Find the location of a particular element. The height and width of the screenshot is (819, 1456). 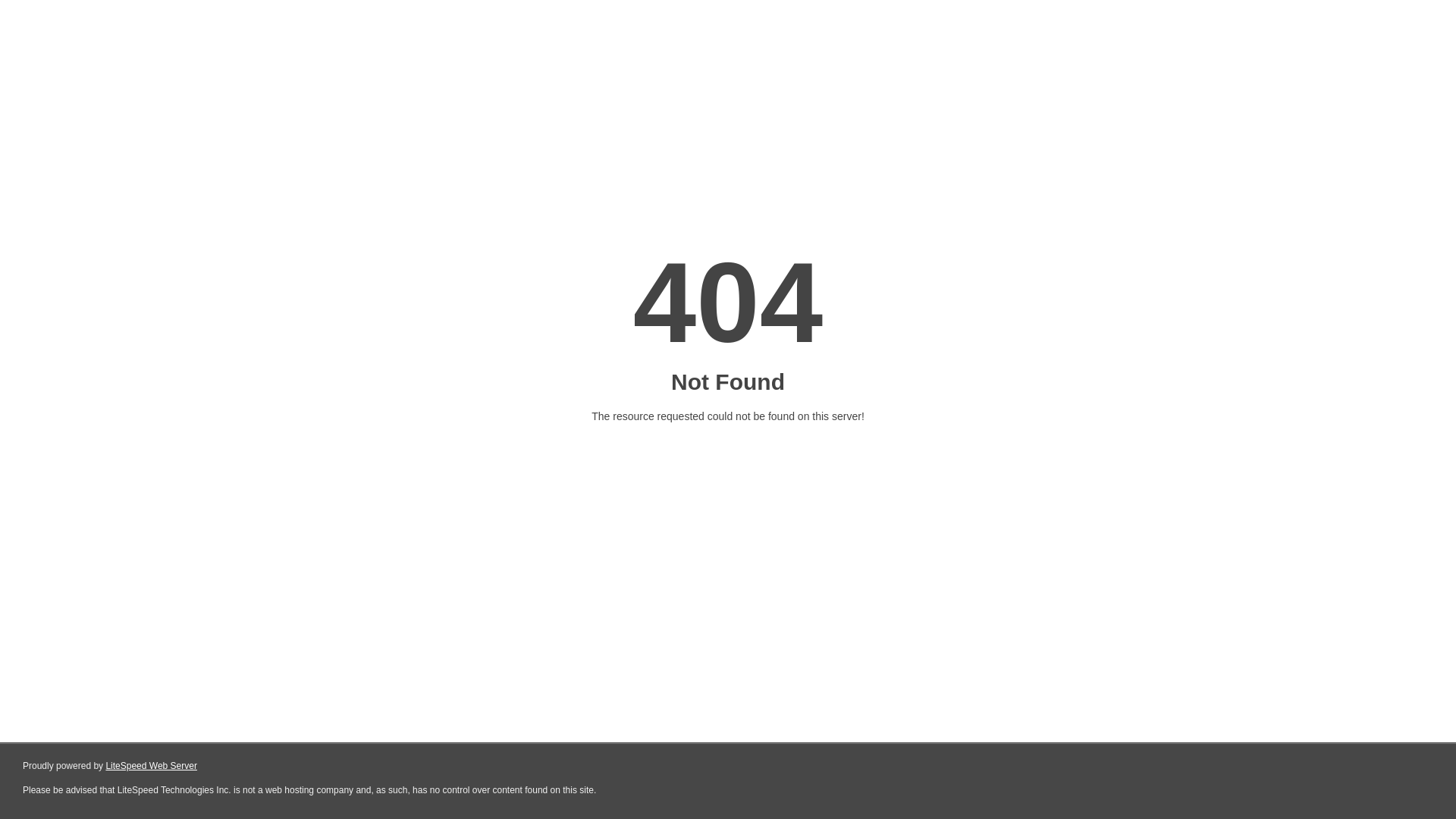

'LiteSpeed Web Server' is located at coordinates (105, 766).